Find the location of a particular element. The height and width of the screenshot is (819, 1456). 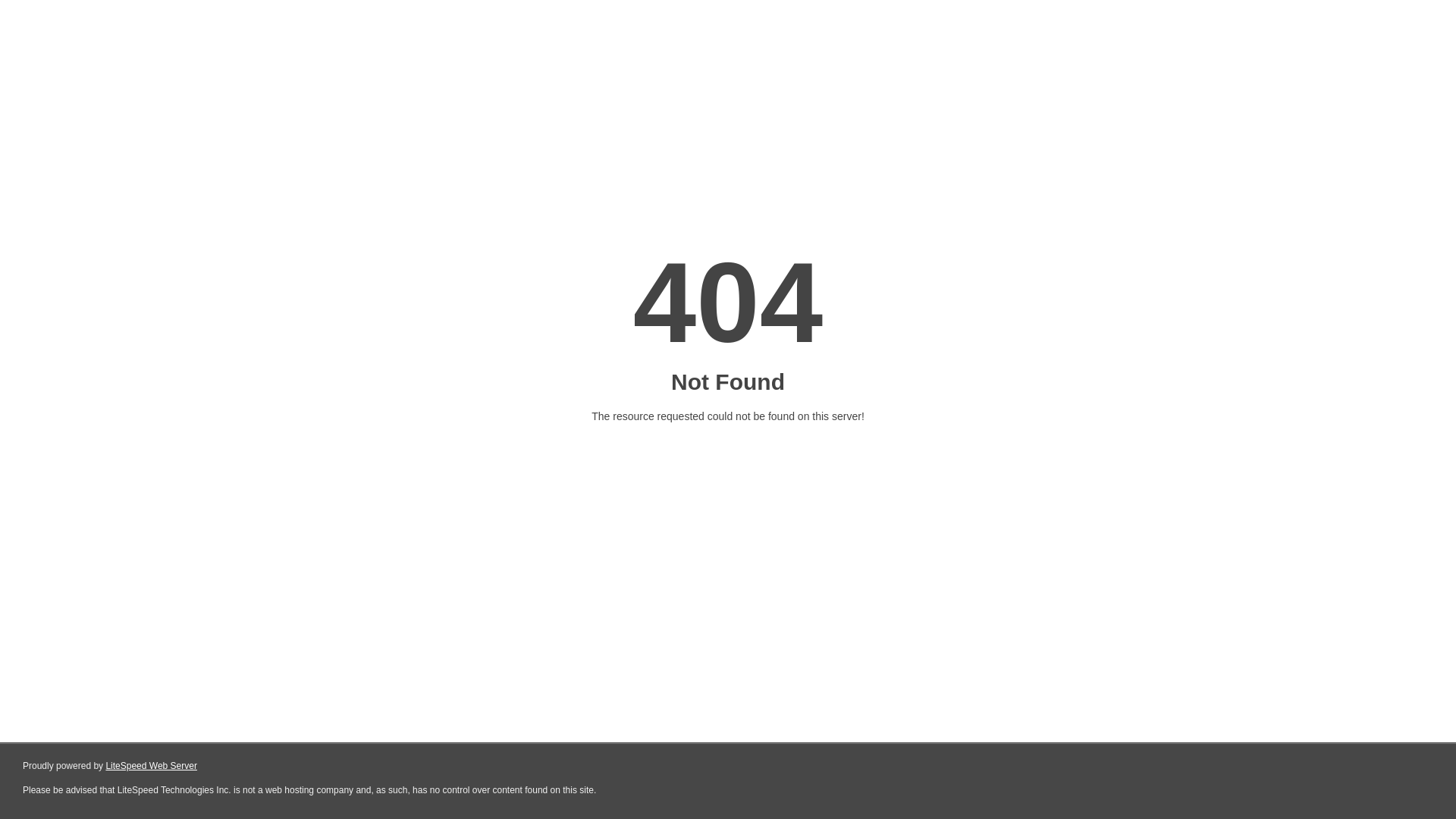

'LiteSpeed Web Server' is located at coordinates (105, 766).